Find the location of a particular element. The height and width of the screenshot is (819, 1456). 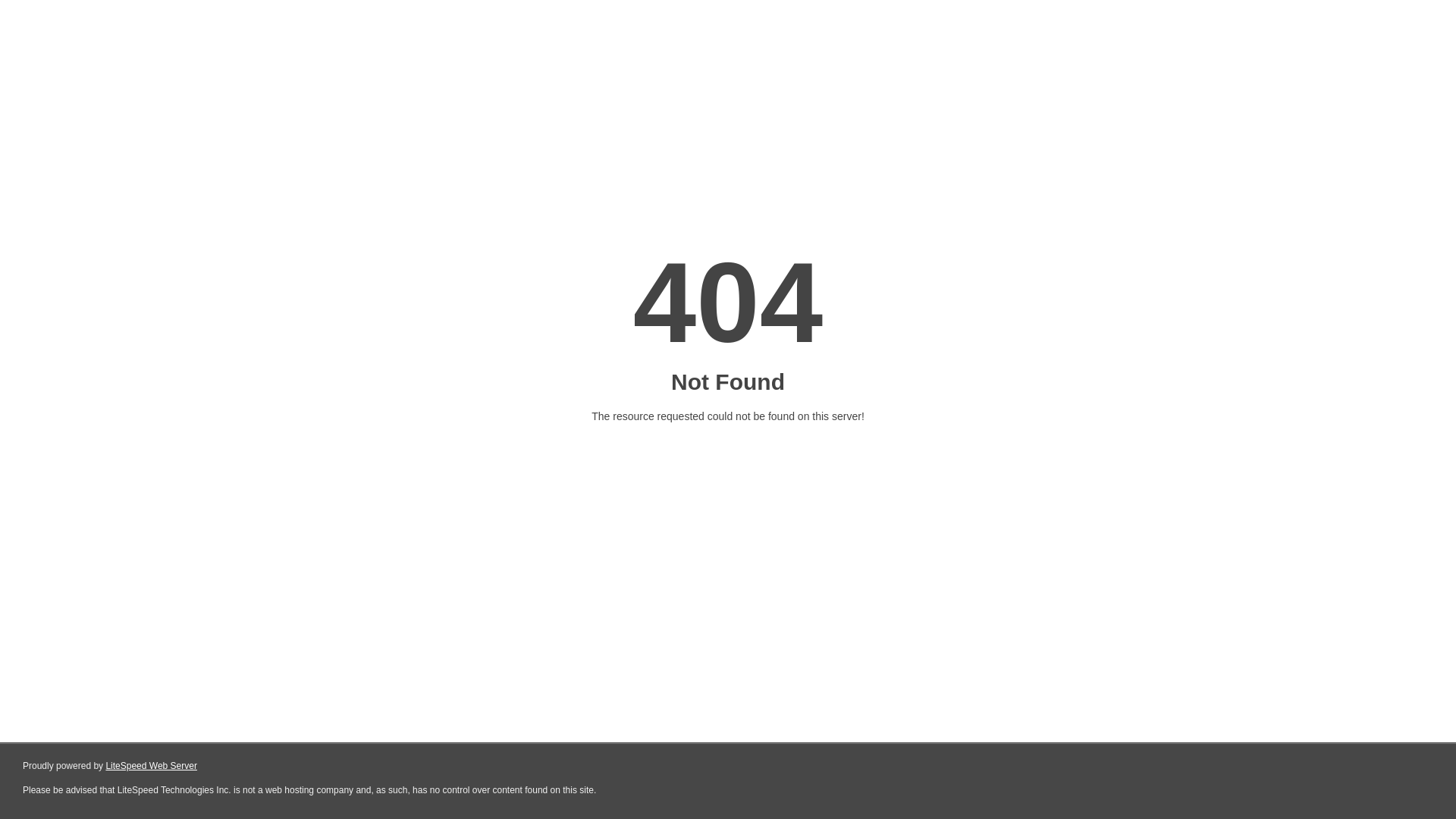

'LiteSpeed Web Server' is located at coordinates (105, 766).